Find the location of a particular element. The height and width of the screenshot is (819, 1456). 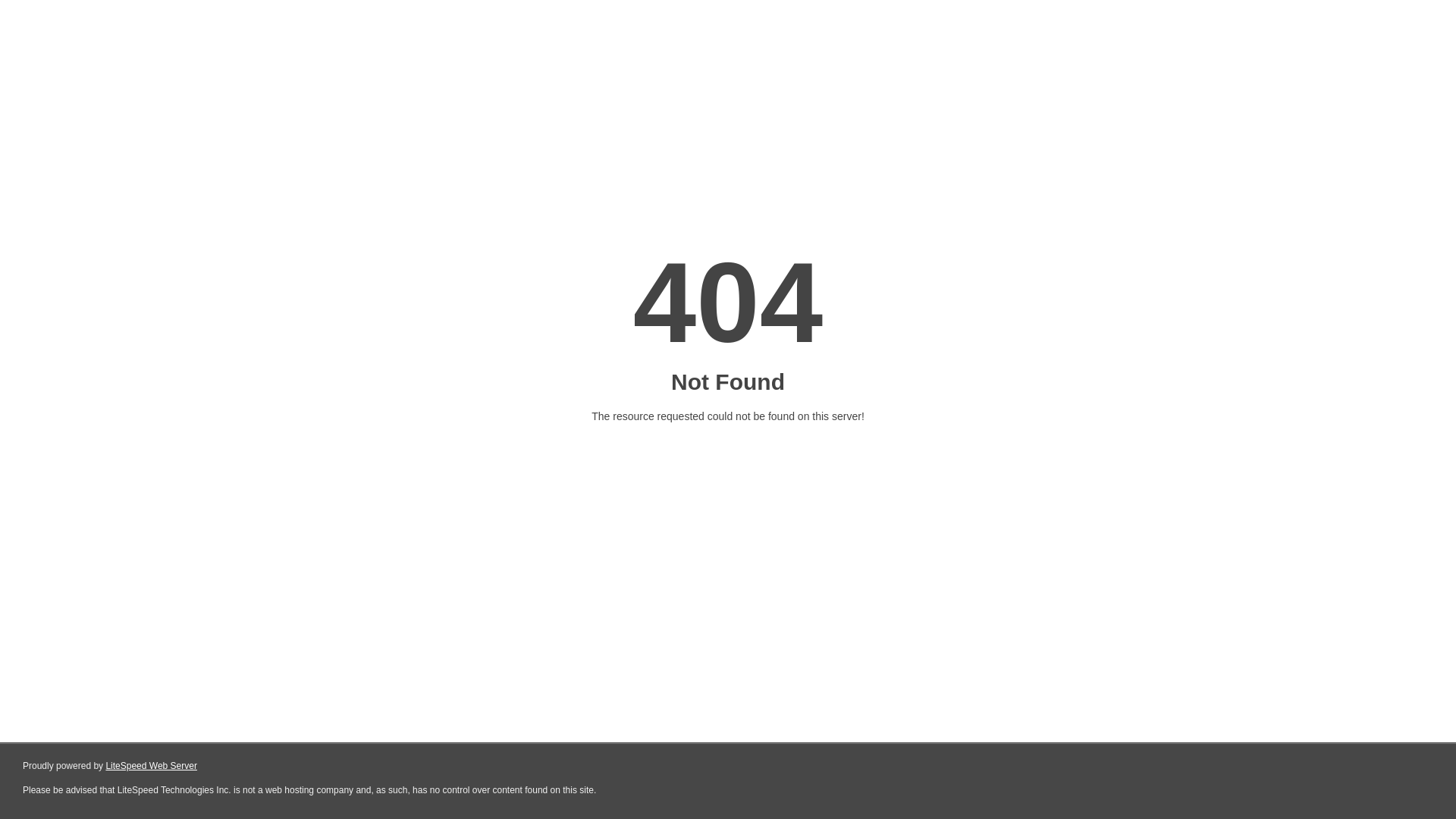

'LiteSpeed Web Server' is located at coordinates (105, 766).